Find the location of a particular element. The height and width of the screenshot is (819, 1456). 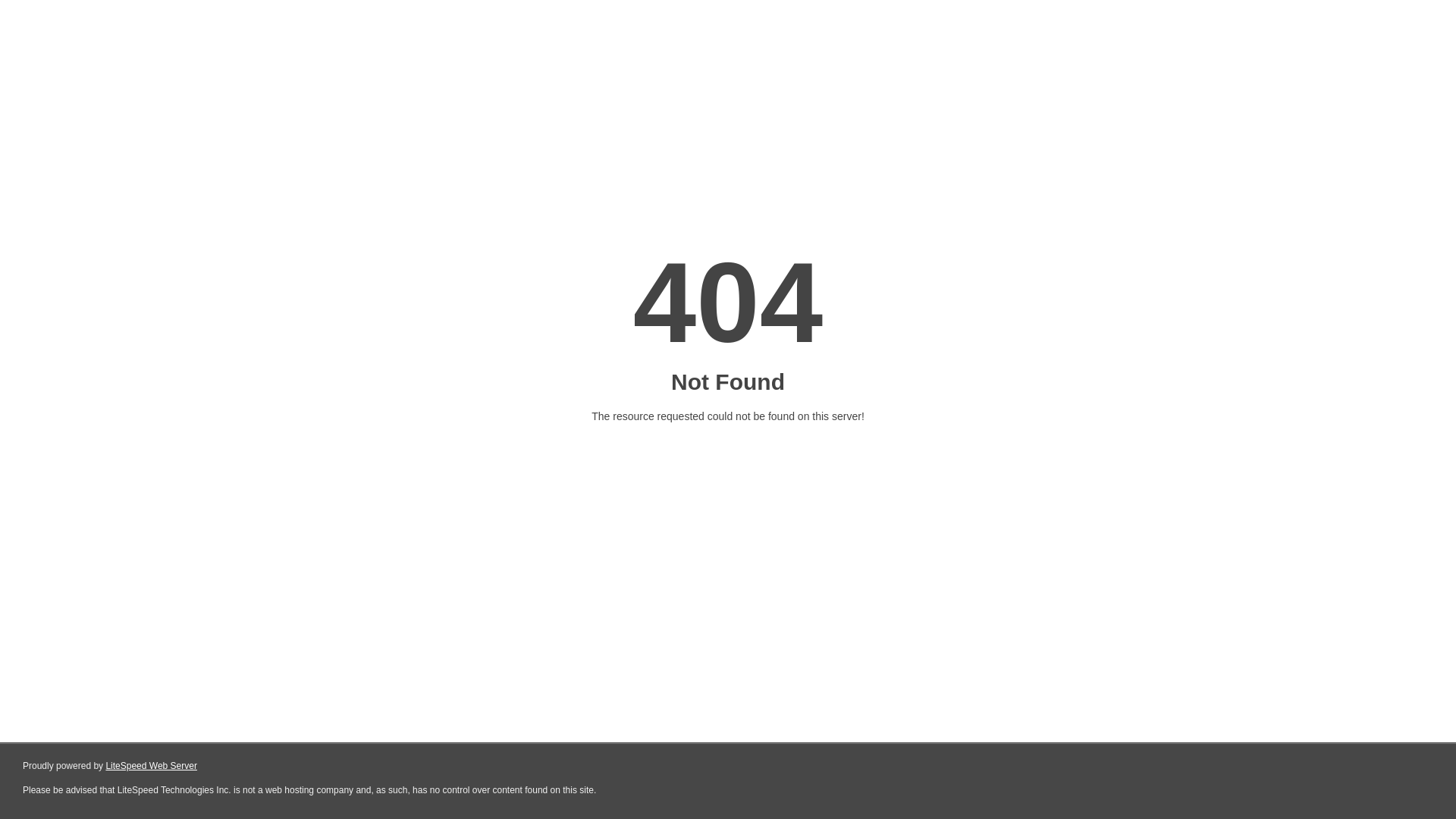

'LiteSpeed Web Server' is located at coordinates (105, 766).